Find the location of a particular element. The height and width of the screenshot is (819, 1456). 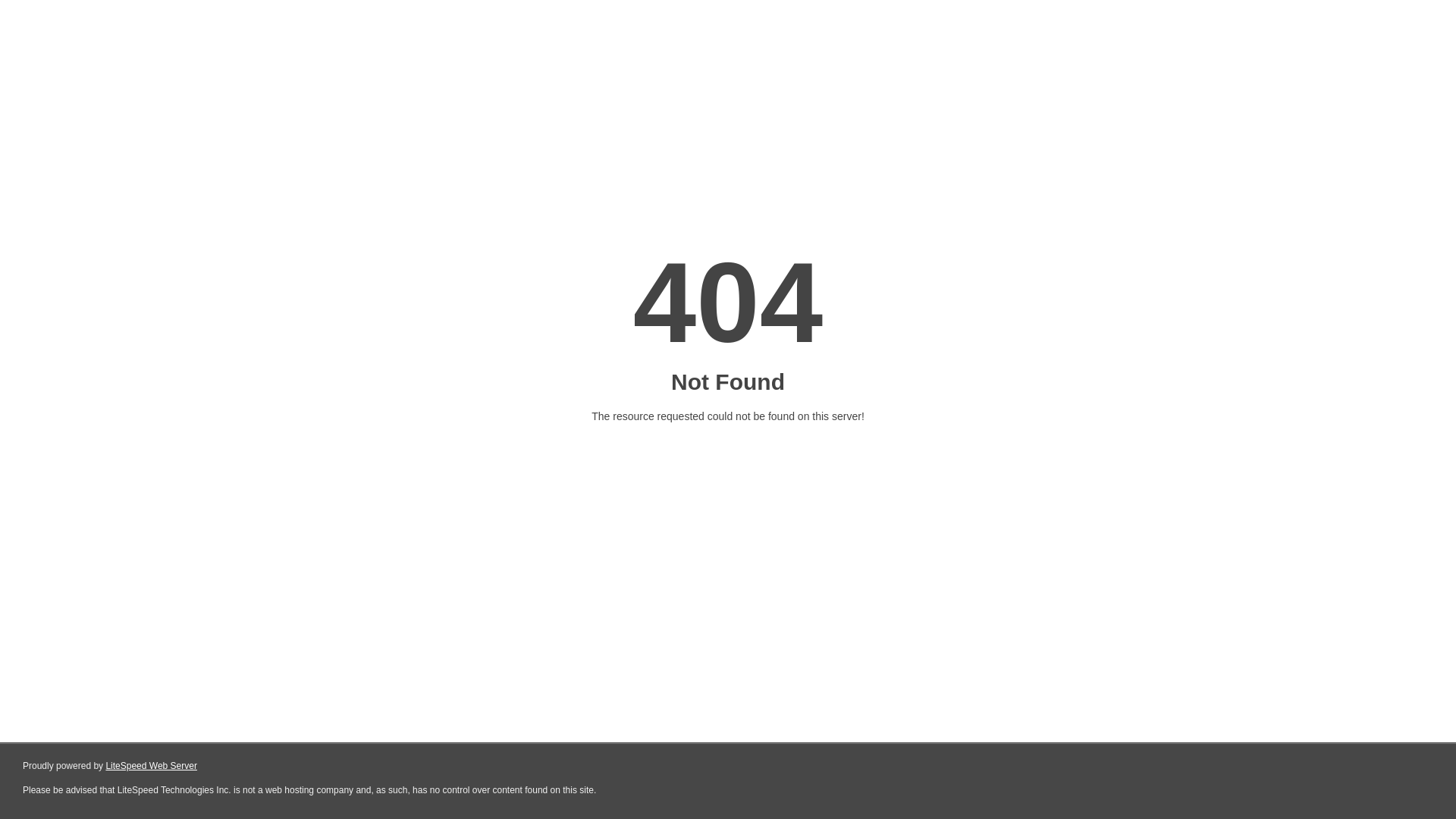

'LiteSpeed Web Server' is located at coordinates (105, 766).